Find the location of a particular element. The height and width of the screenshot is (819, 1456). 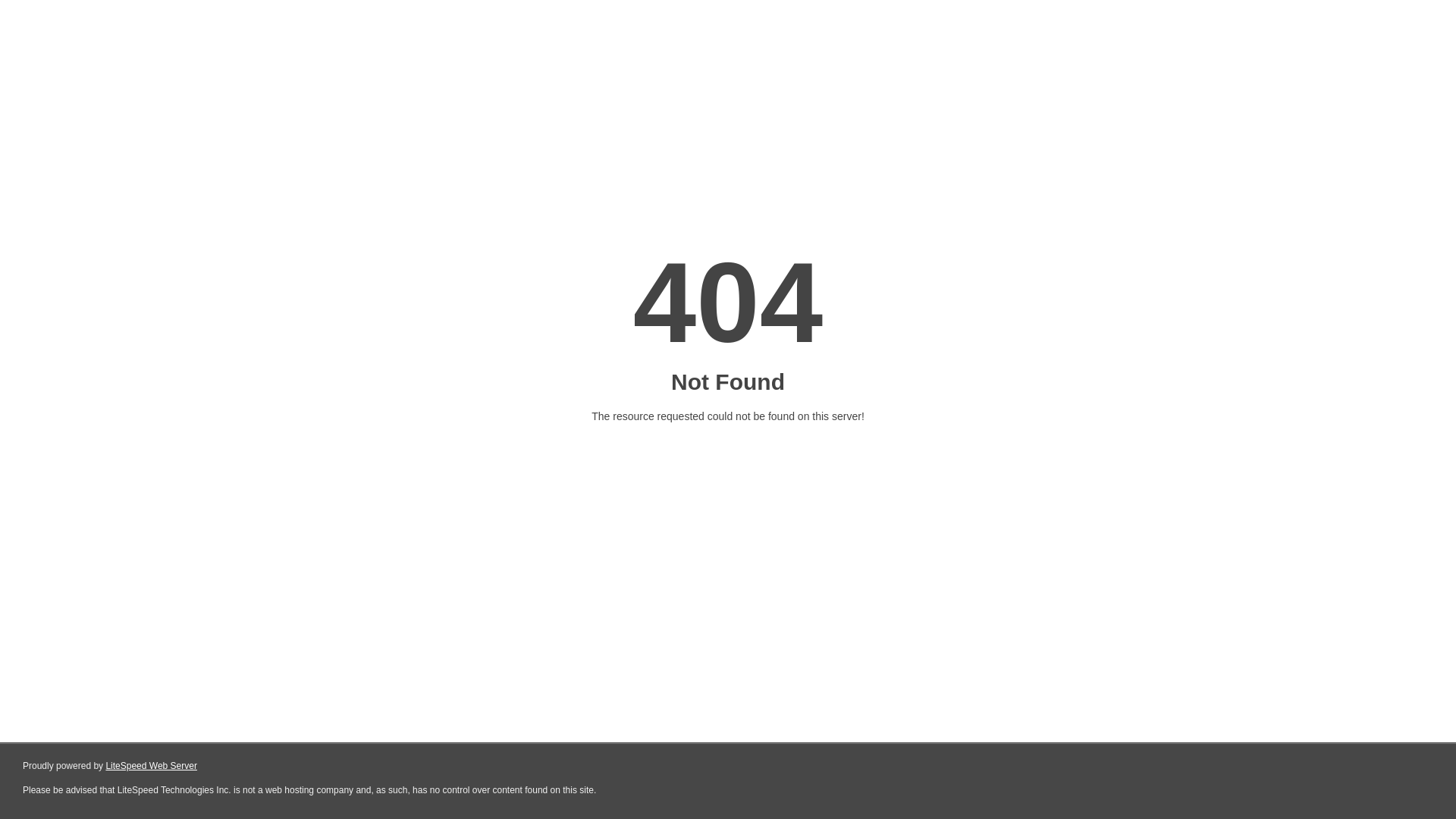

'LiteSpeed Web Server' is located at coordinates (105, 766).